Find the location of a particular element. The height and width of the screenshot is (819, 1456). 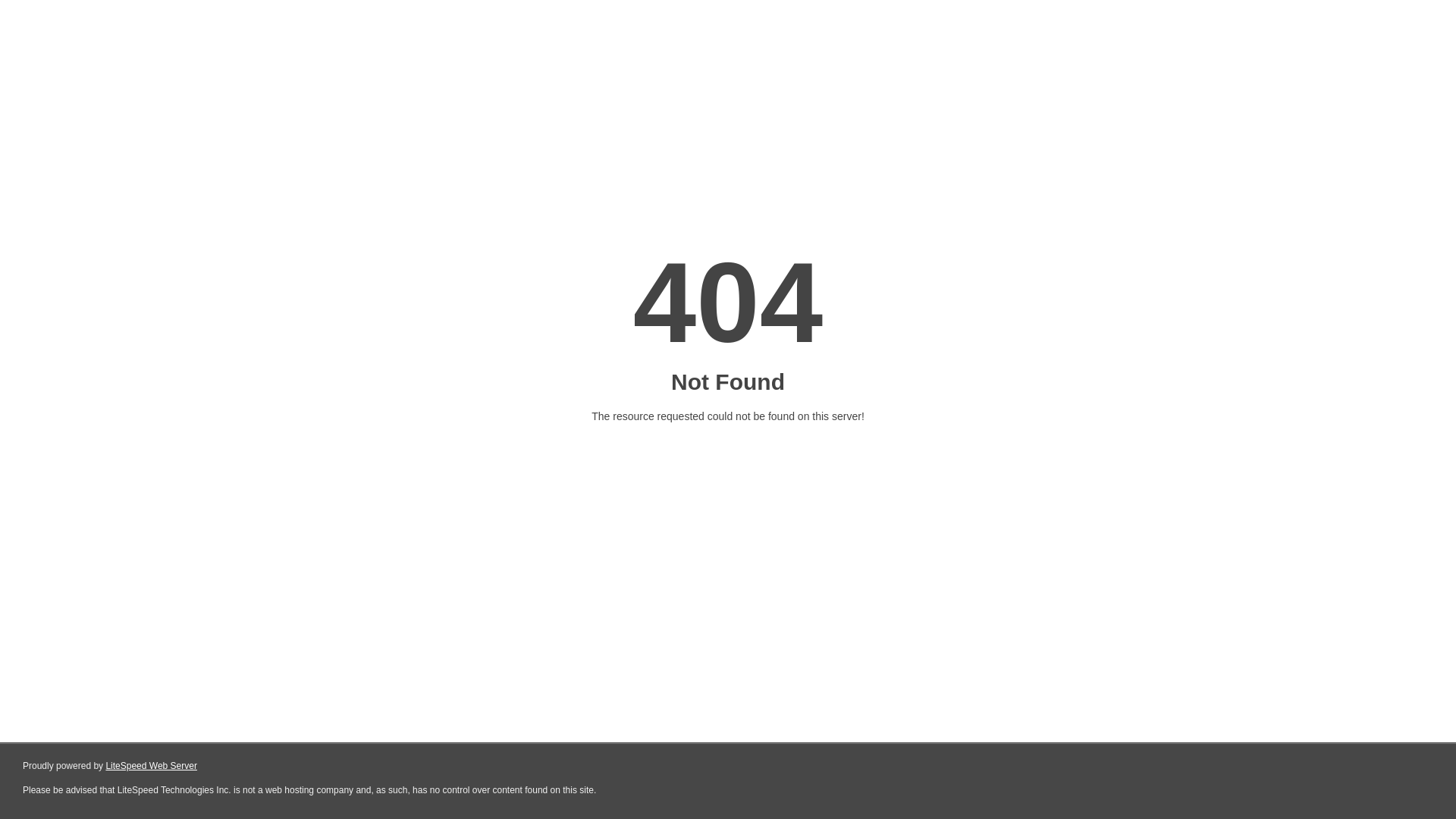

'LiteSpeed Web Server' is located at coordinates (105, 766).